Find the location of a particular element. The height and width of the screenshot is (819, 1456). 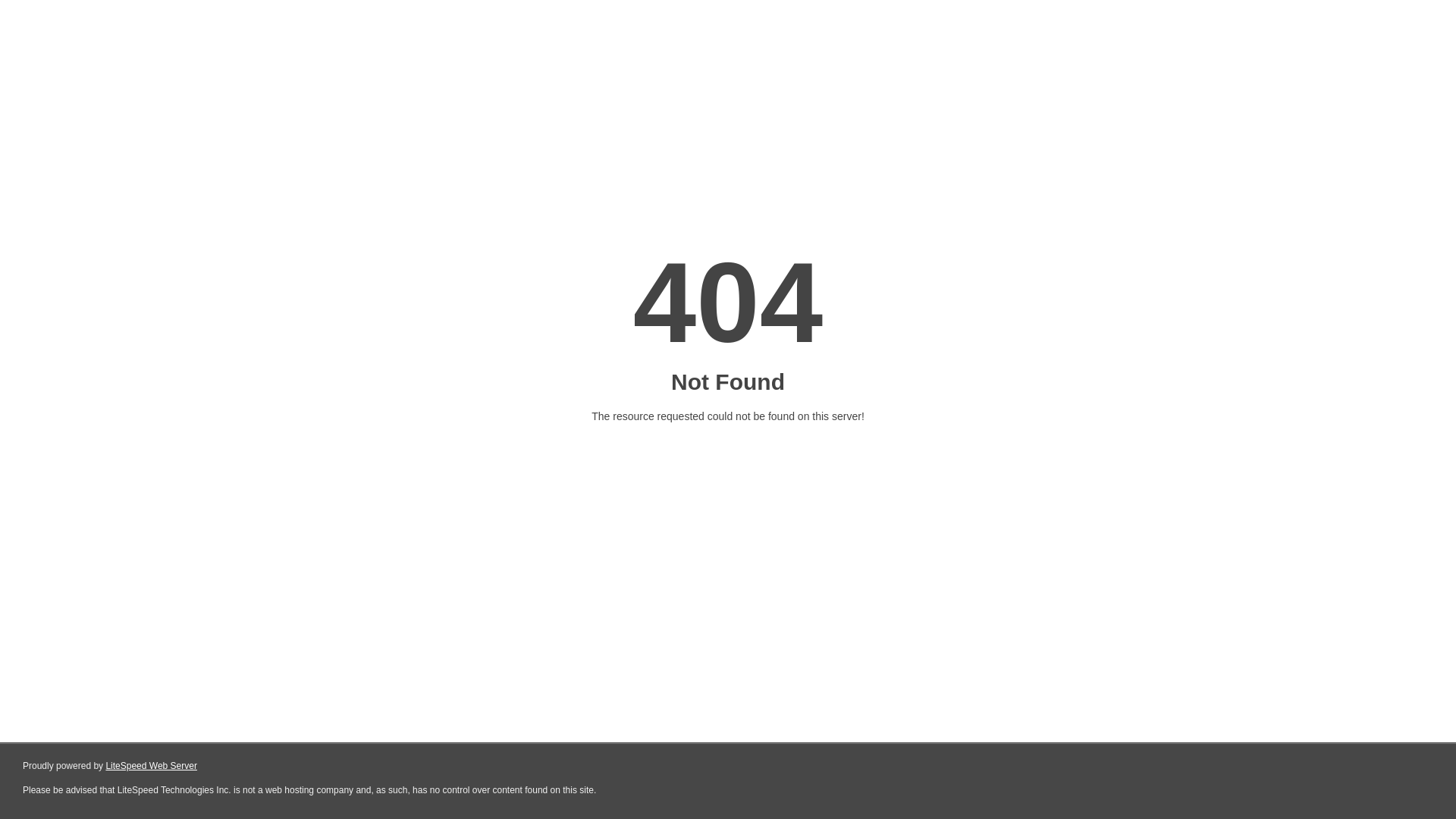

'LiteSpeed Web Server' is located at coordinates (105, 766).